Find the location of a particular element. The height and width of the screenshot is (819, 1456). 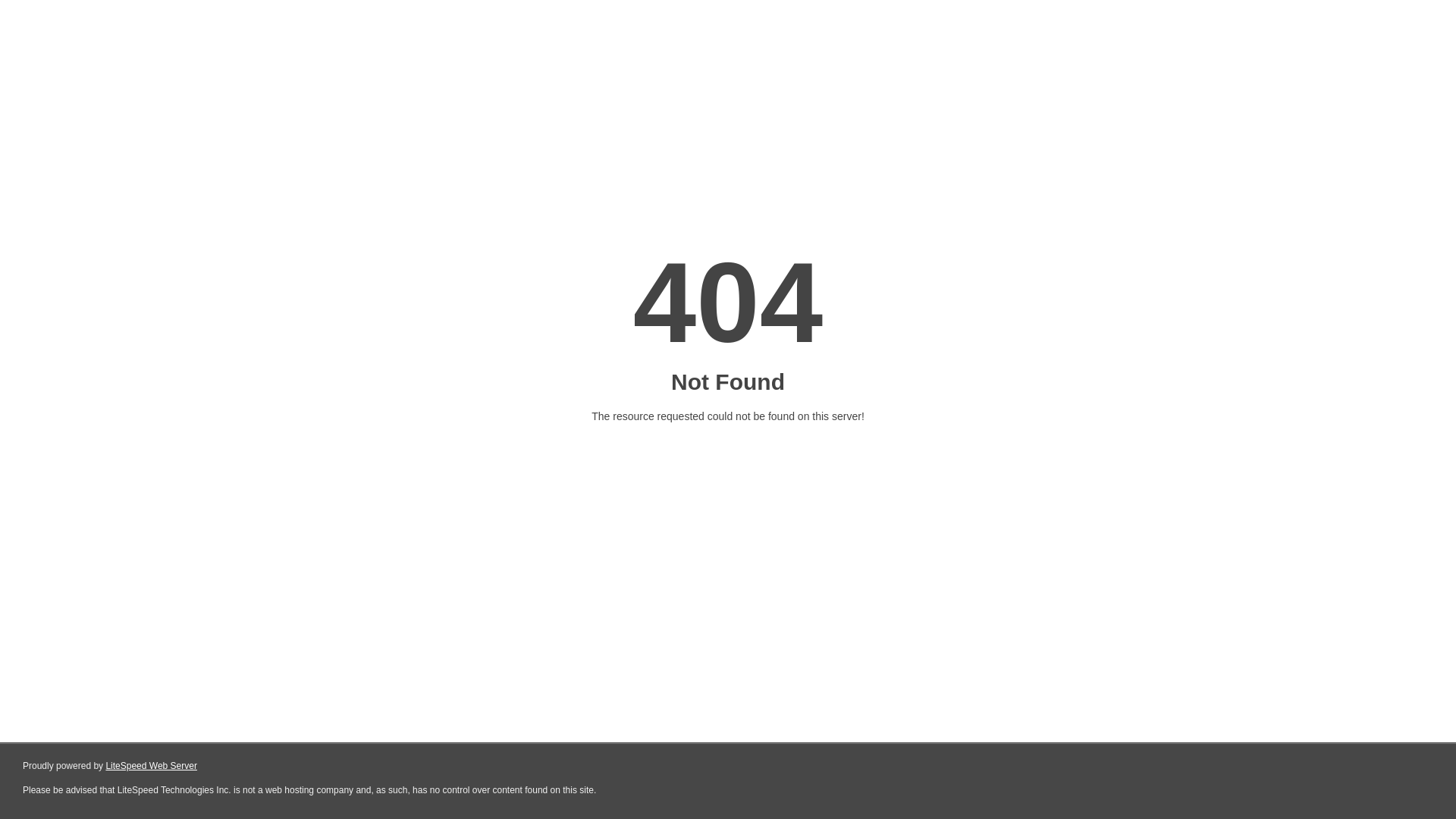

'LiteSpeed Web Server' is located at coordinates (105, 766).